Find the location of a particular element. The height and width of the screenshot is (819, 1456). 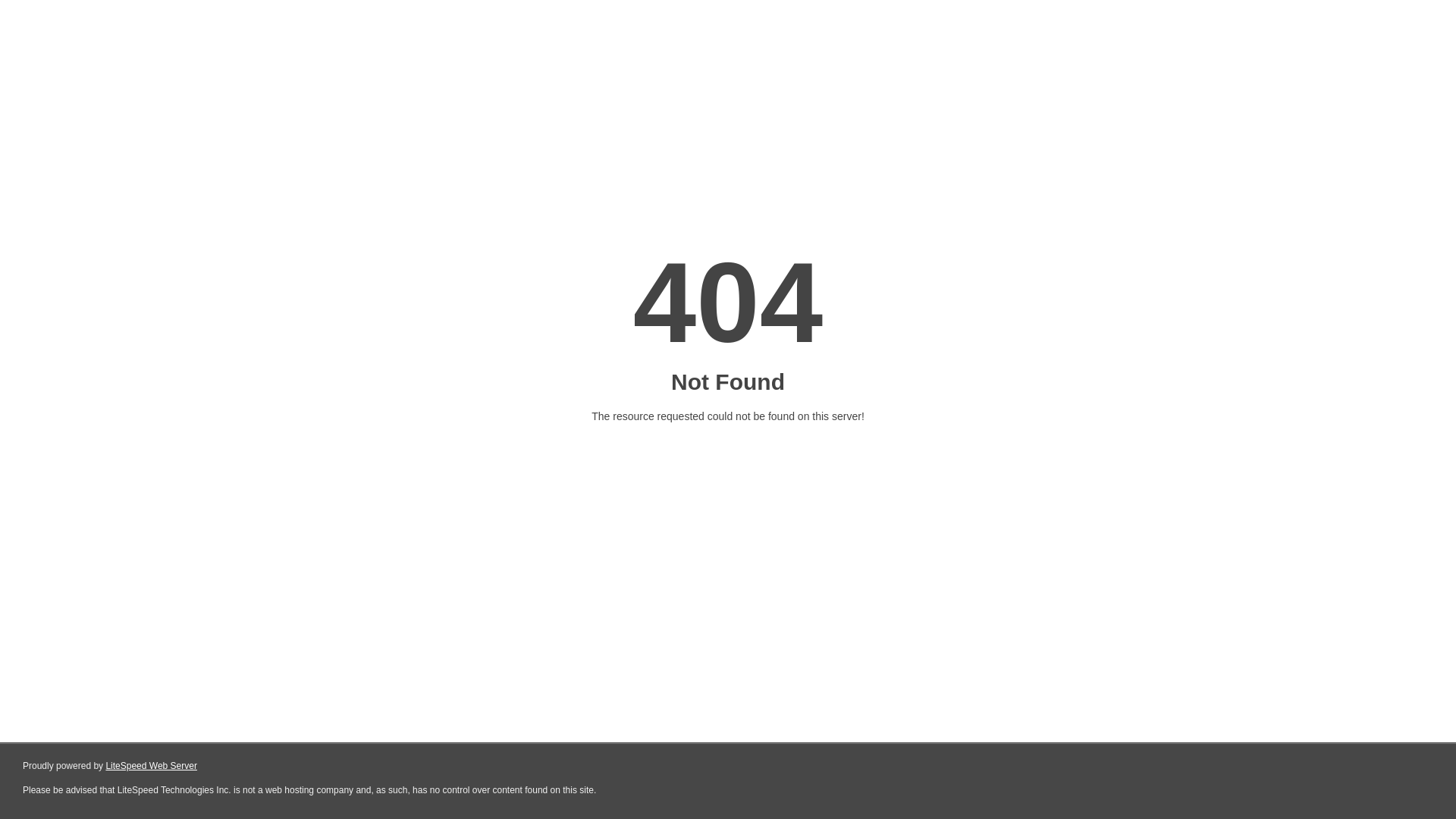

'LiteSpeed Web Server' is located at coordinates (105, 766).